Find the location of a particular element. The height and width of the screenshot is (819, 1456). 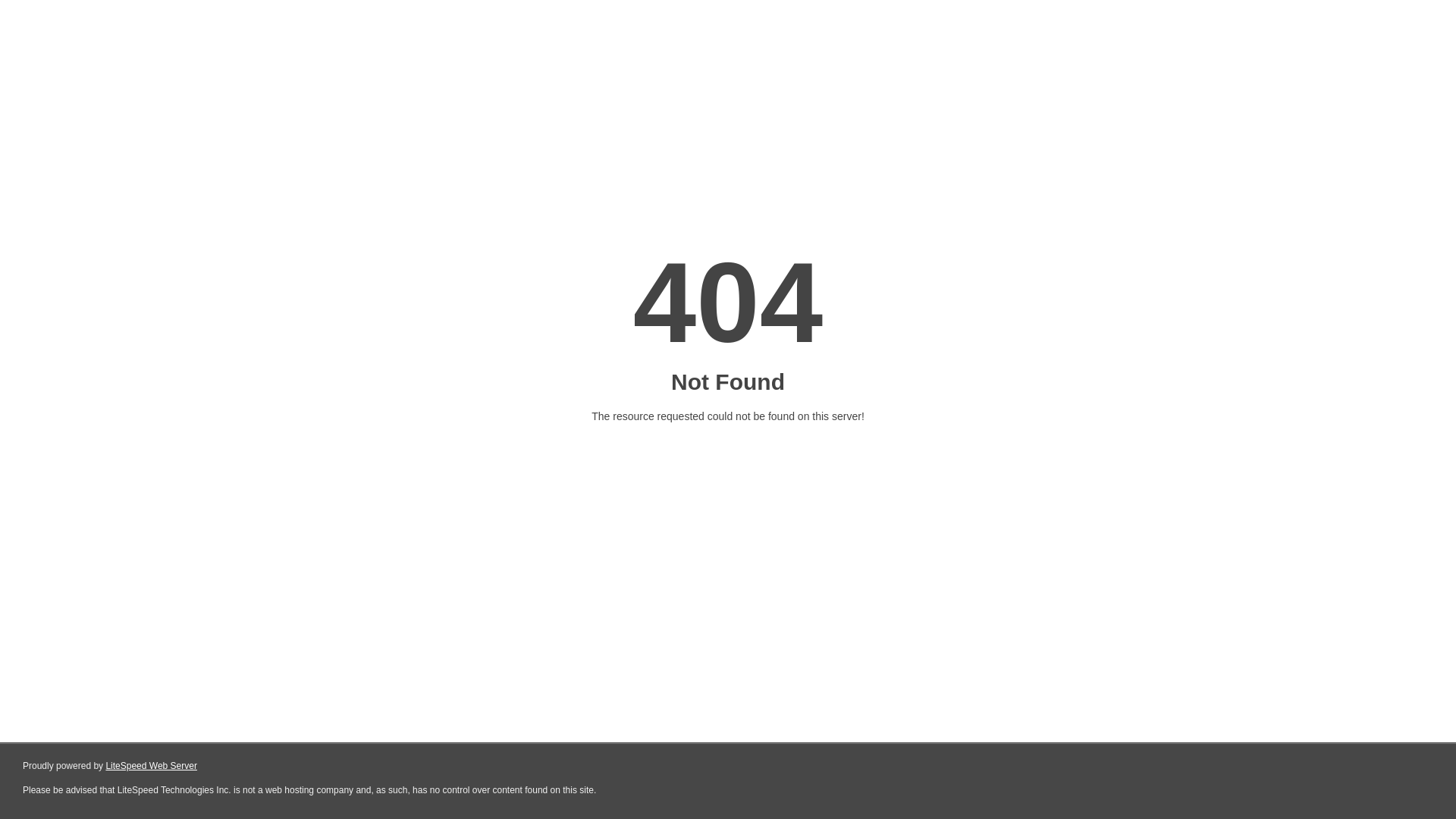

'LiteSpeed Web Server' is located at coordinates (105, 766).